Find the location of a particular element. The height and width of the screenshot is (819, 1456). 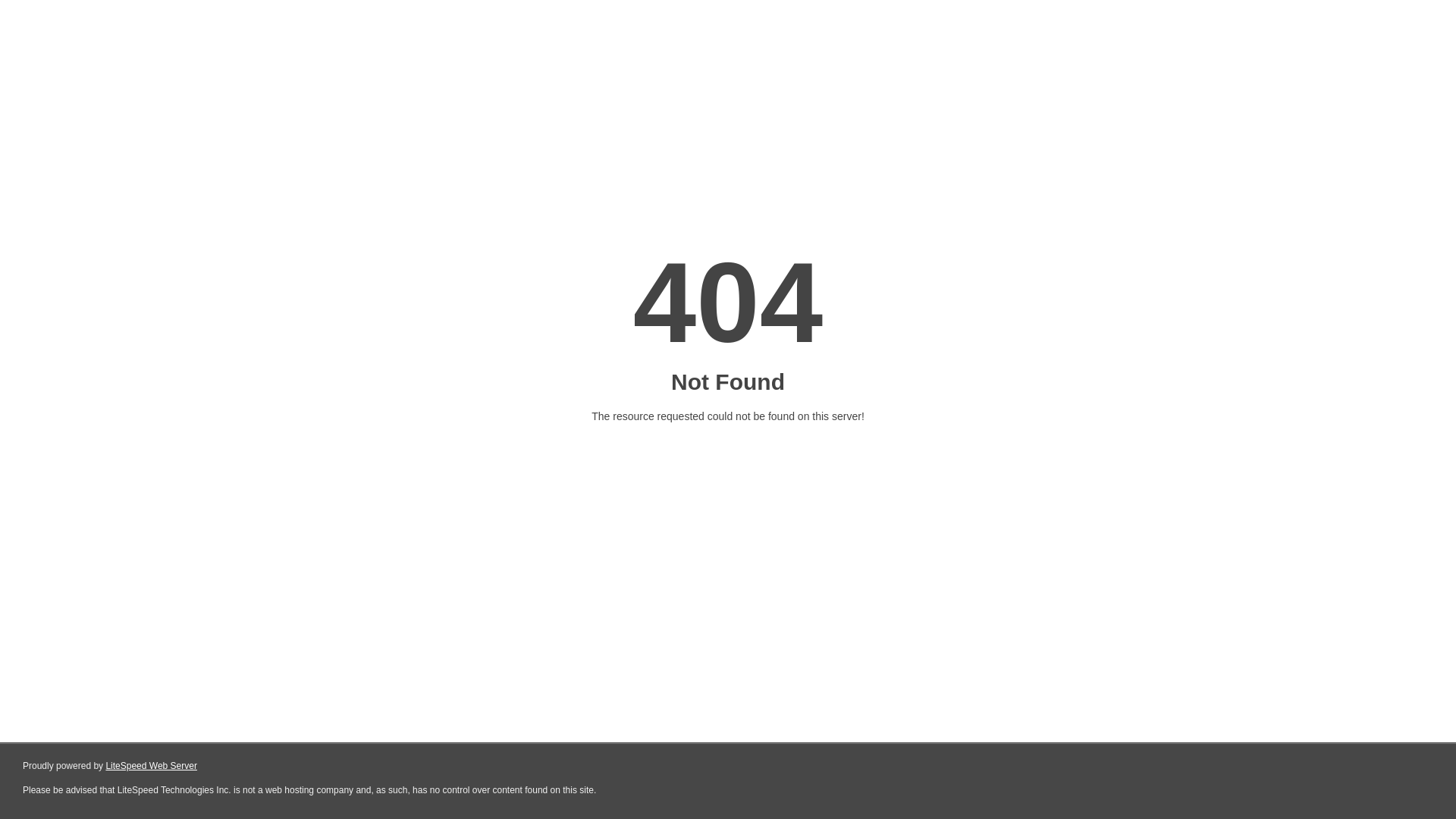

'LiteSpeed Web Server' is located at coordinates (105, 766).